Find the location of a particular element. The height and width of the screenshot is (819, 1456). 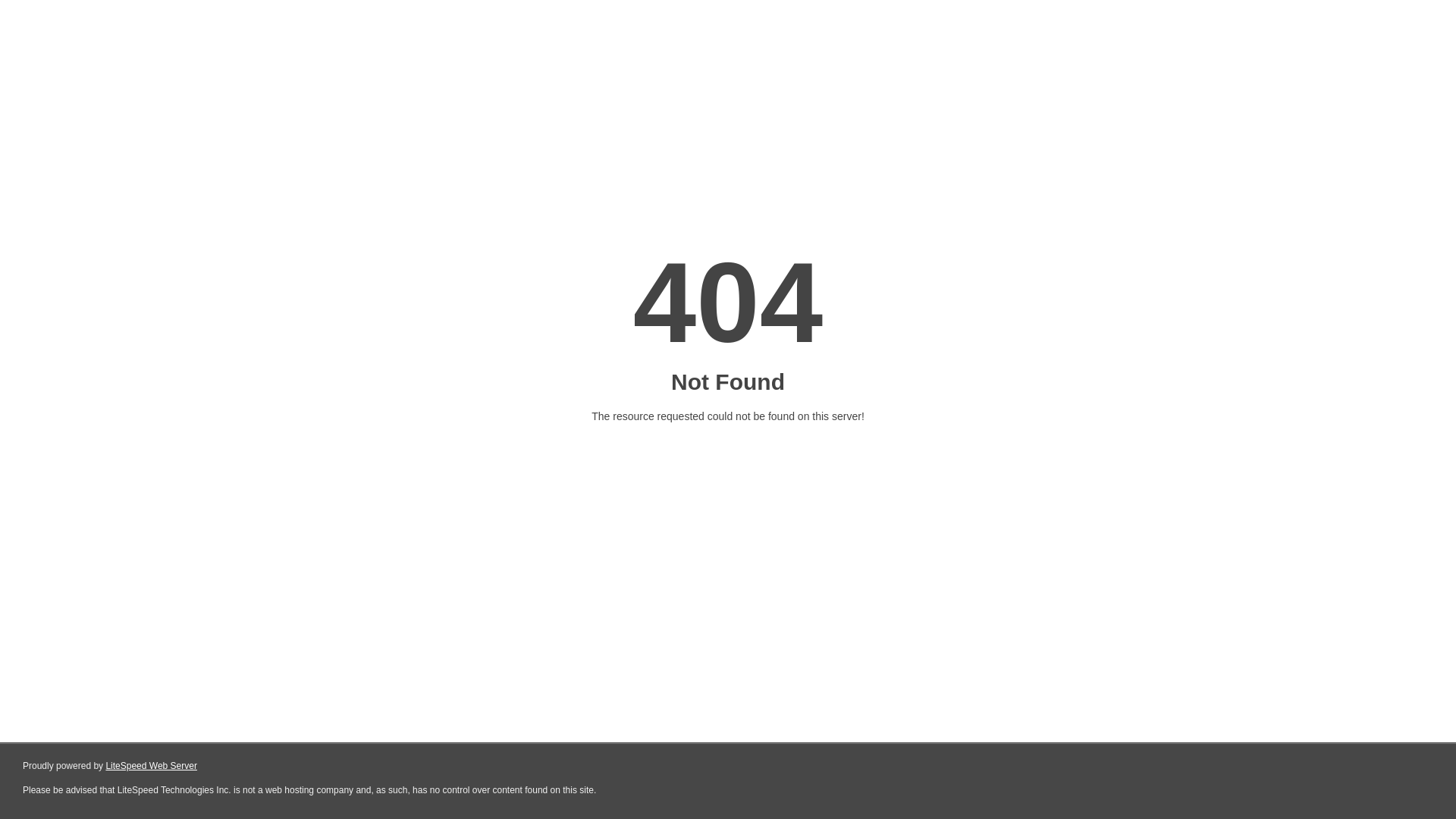

'LiteSpeed Web Server' is located at coordinates (105, 766).